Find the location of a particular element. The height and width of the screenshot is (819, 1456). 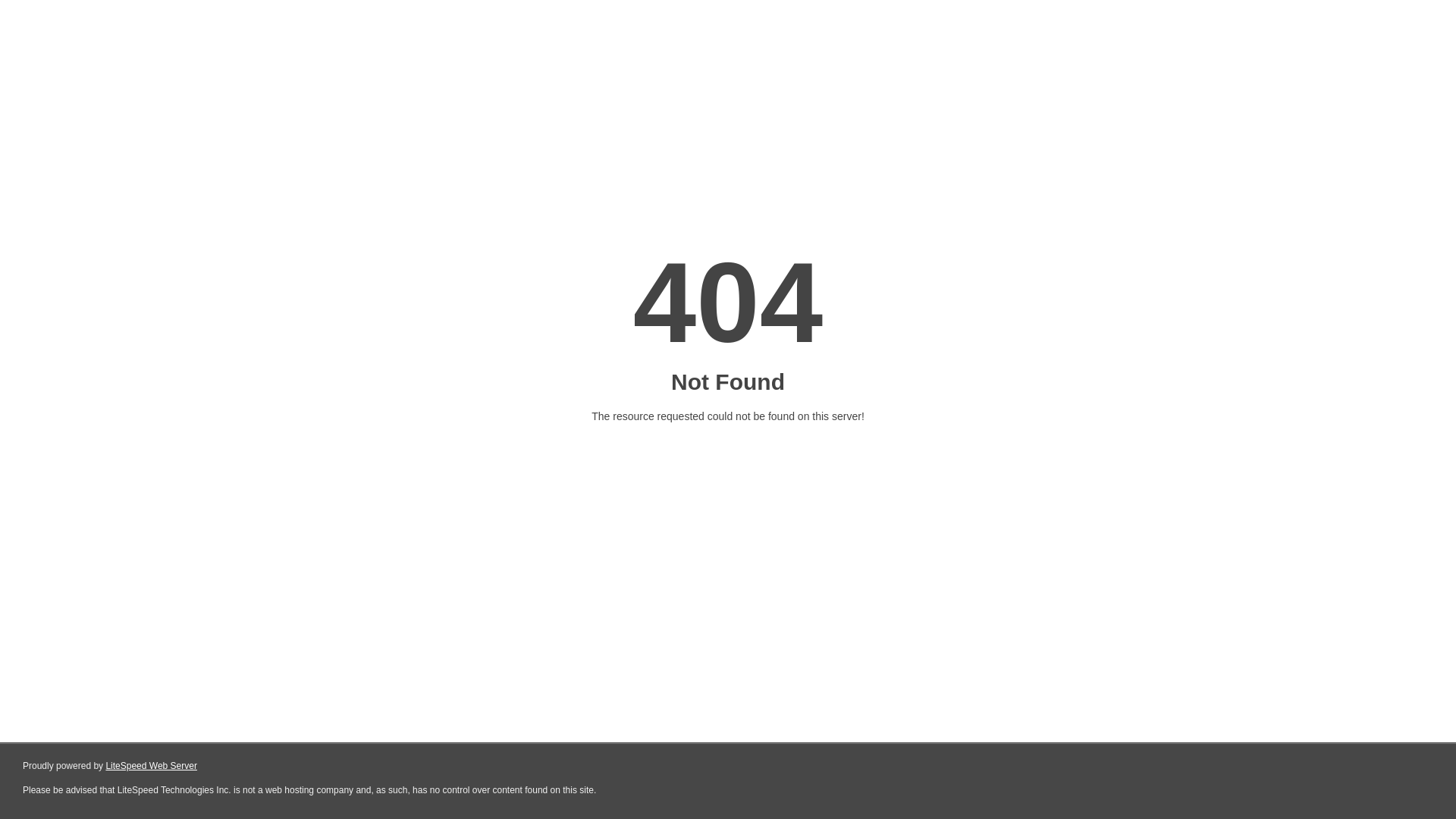

'LiteSpeed Web Server' is located at coordinates (105, 766).